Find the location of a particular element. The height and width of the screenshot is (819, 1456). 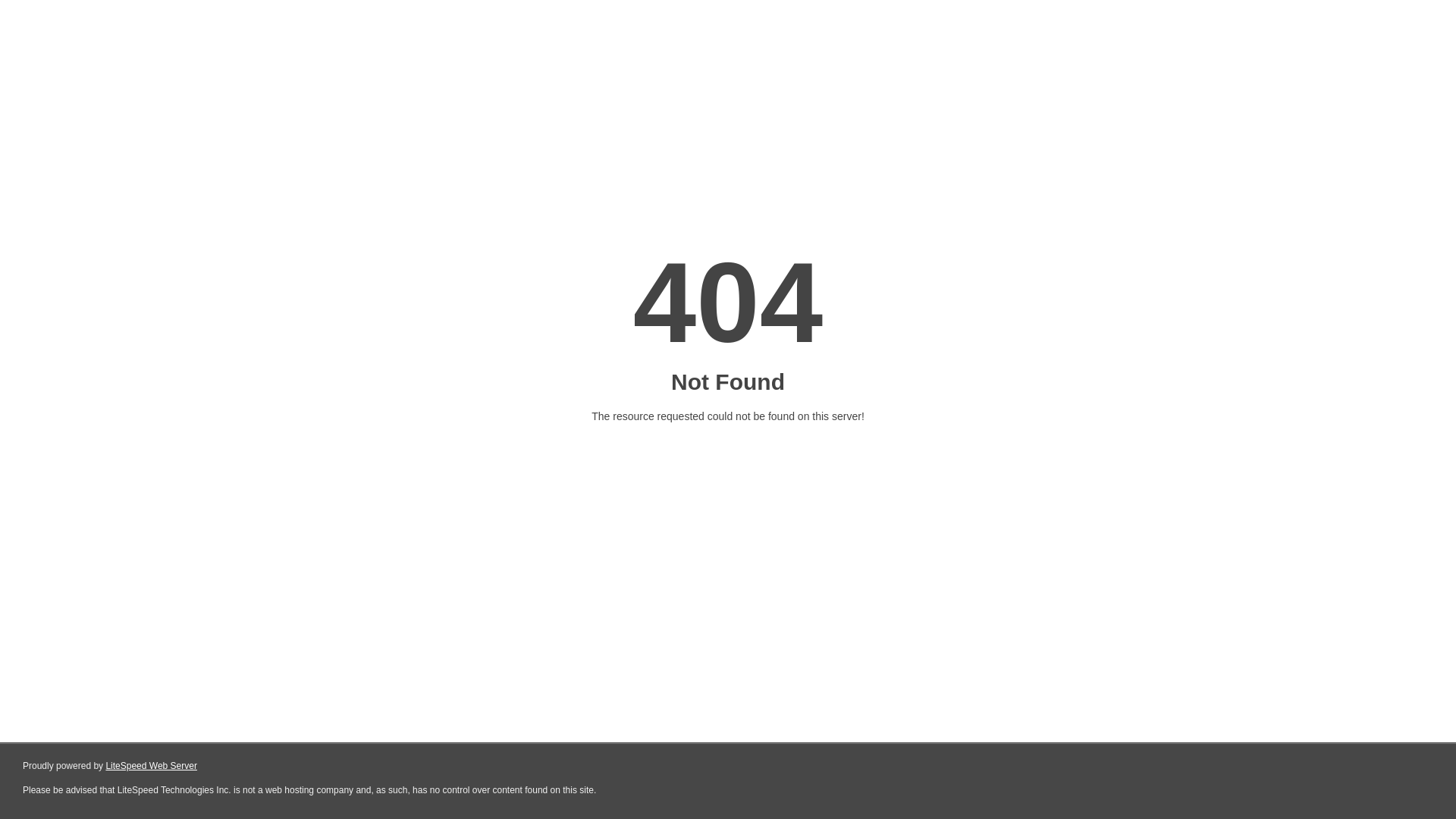

'LiteSpeed Web Server' is located at coordinates (105, 766).